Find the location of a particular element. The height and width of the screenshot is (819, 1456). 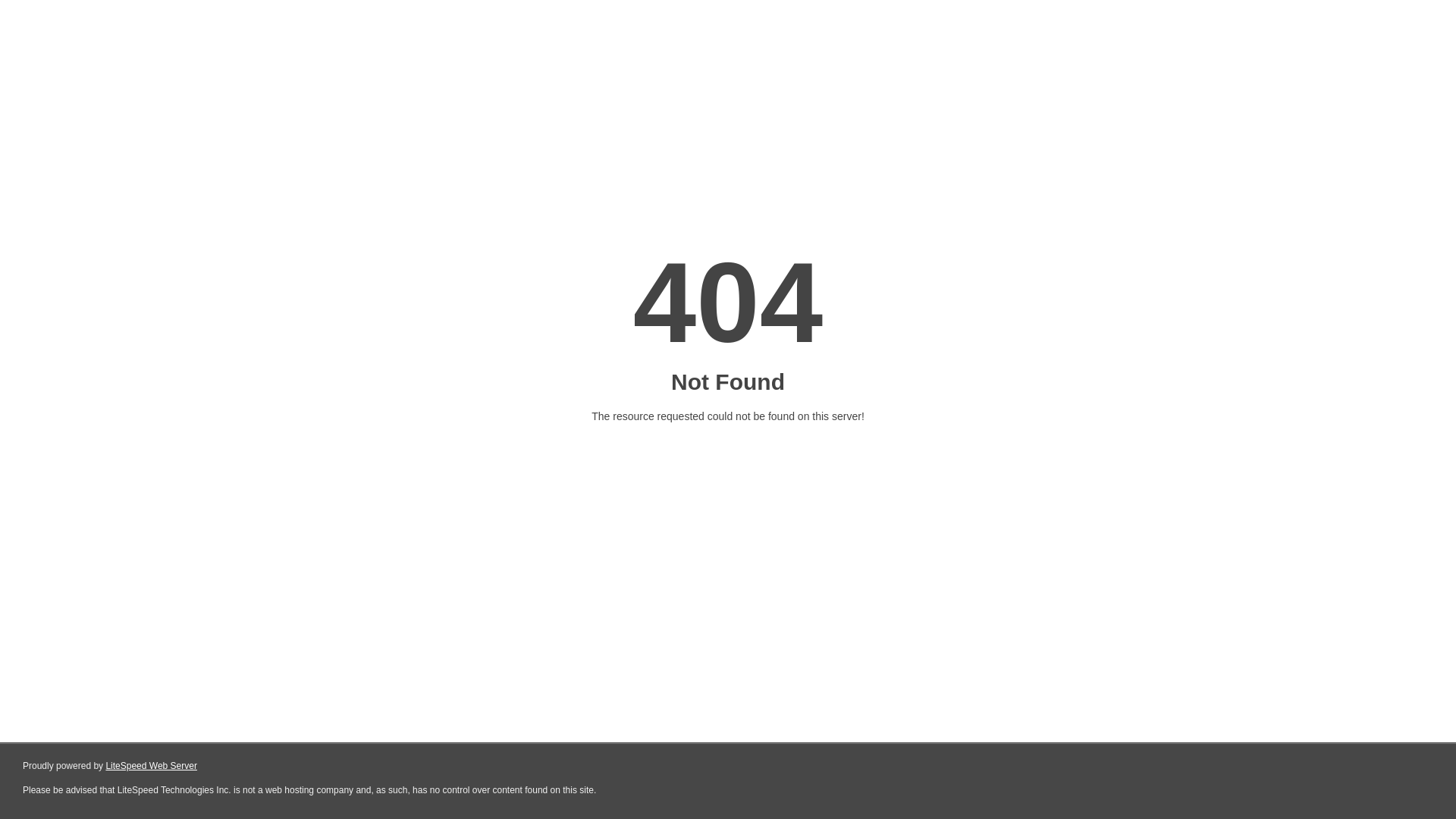

'LiteSpeed Web Server' is located at coordinates (105, 766).